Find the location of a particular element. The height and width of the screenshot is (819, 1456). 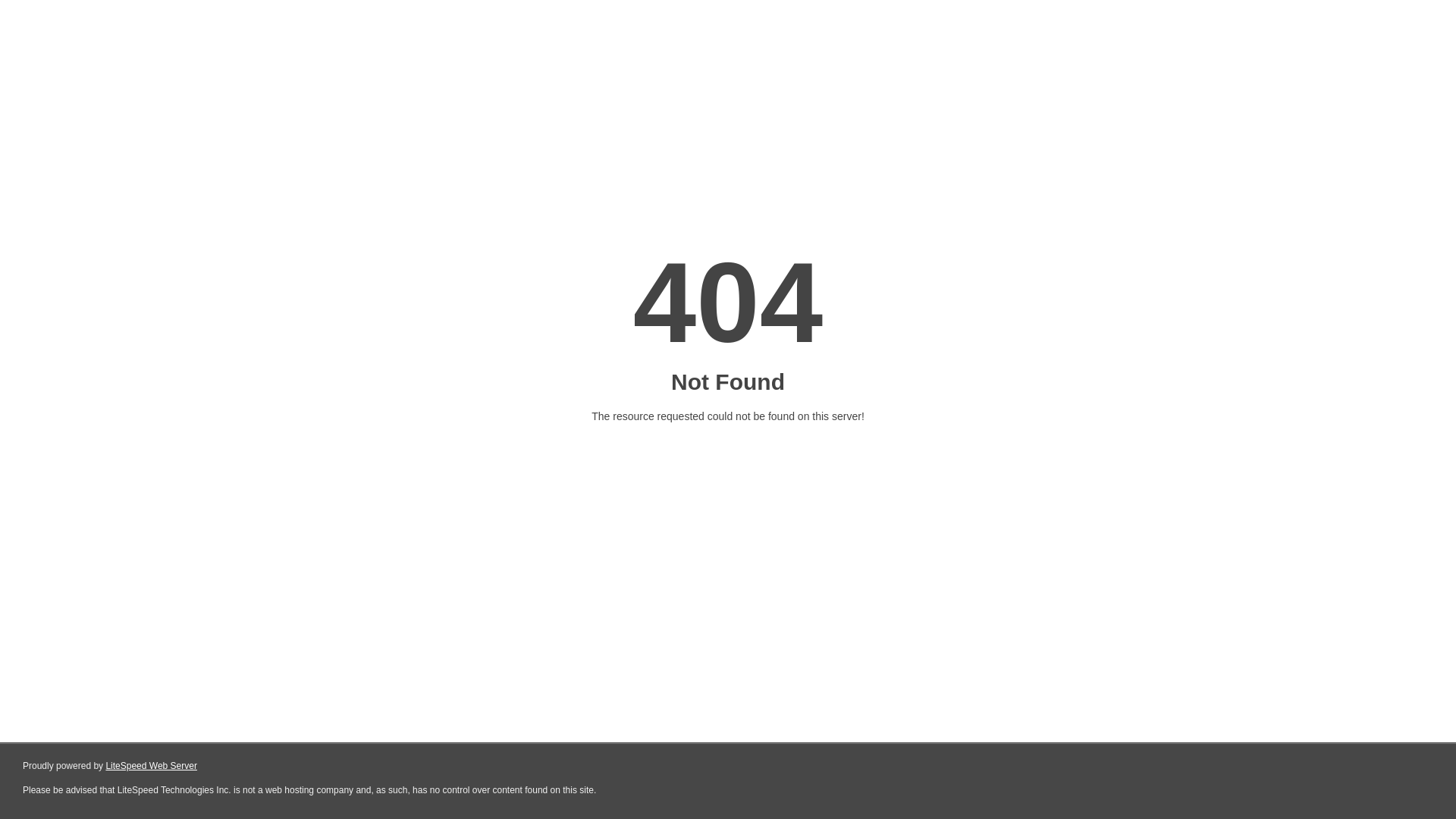

'LiteSpeed Web Server' is located at coordinates (105, 766).